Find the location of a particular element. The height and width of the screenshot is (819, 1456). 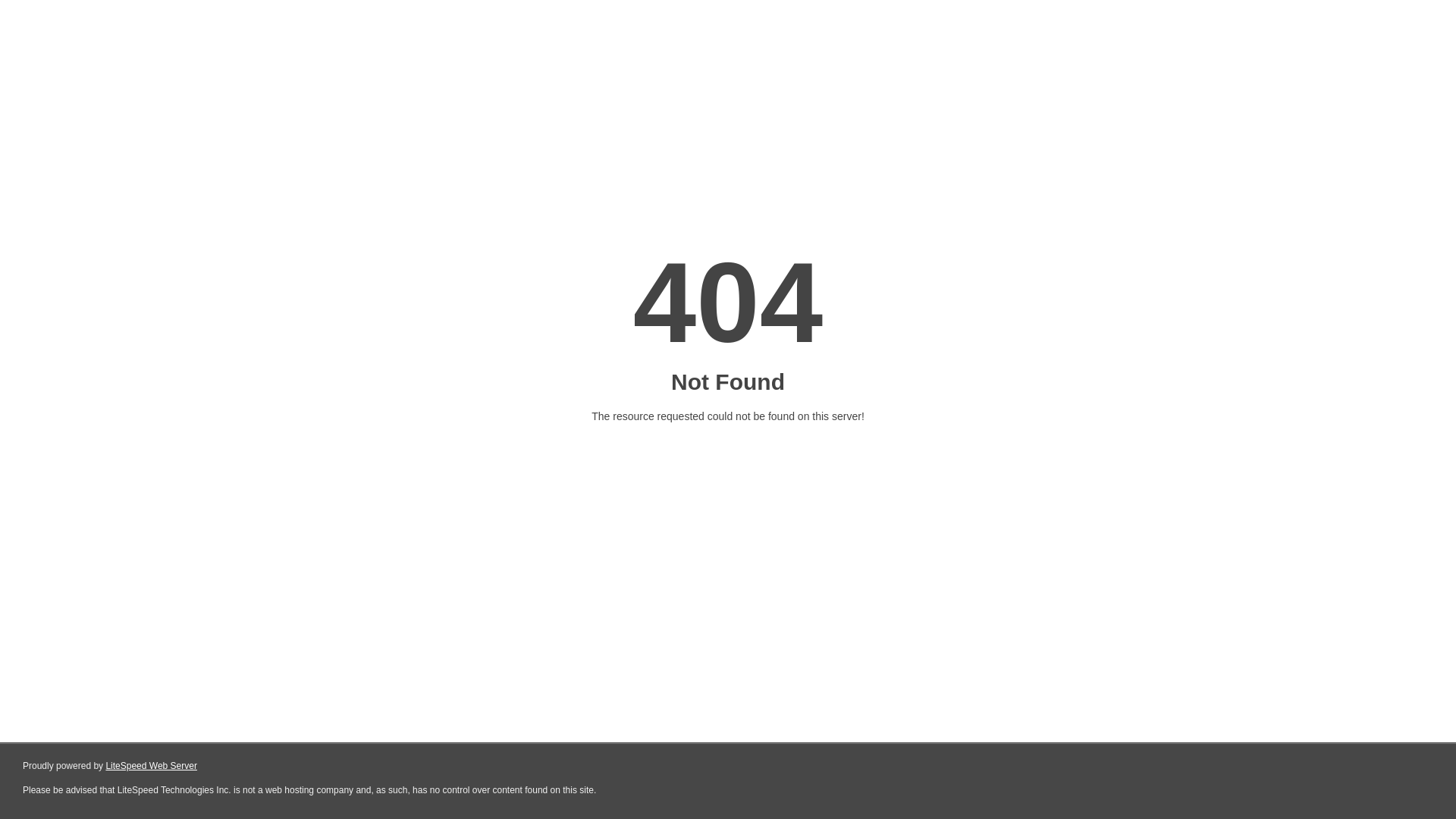

'LiteSpeed Web Server' is located at coordinates (105, 766).